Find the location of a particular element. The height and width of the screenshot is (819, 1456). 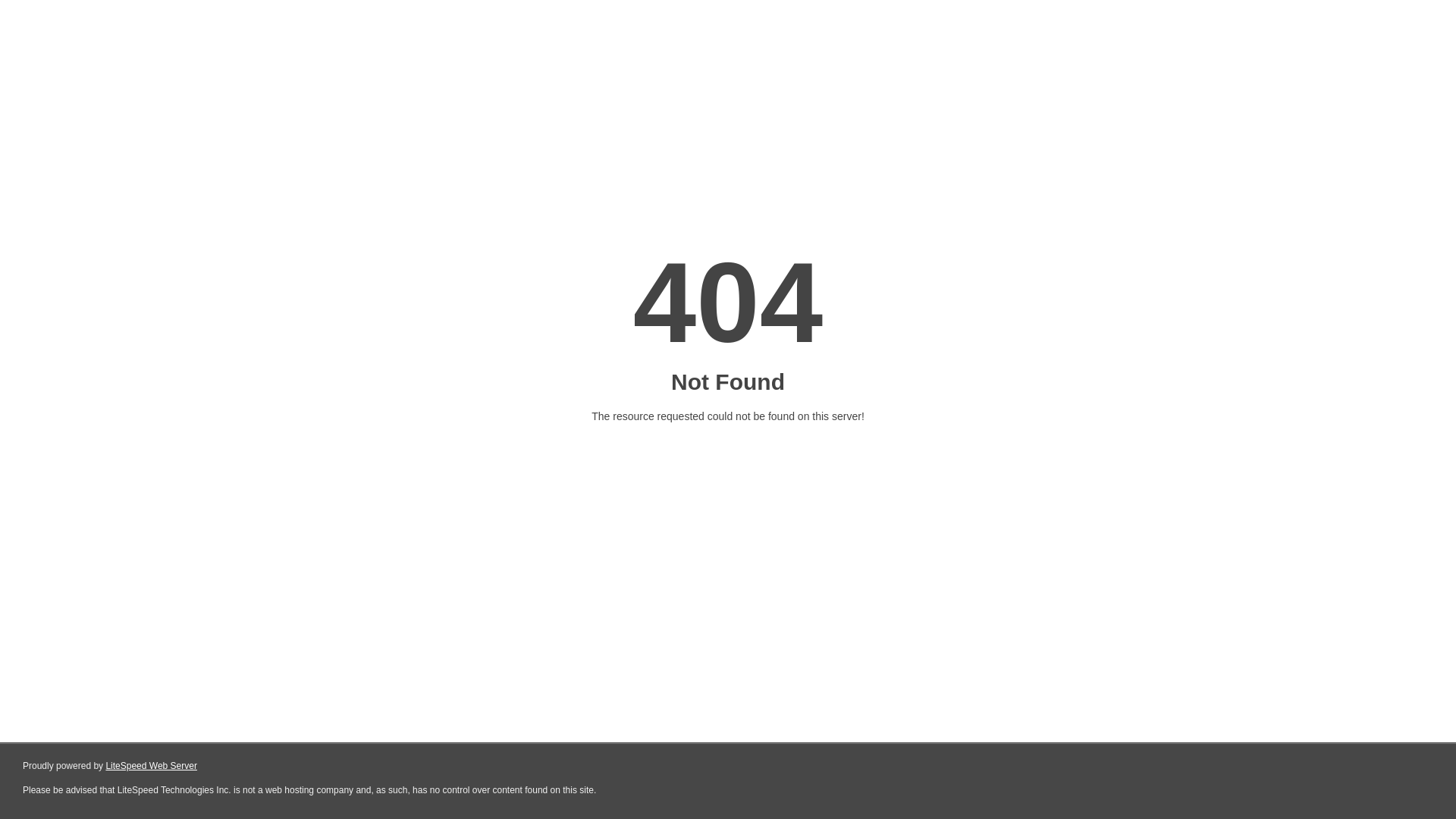

'LiteSpeed Web Server' is located at coordinates (105, 766).